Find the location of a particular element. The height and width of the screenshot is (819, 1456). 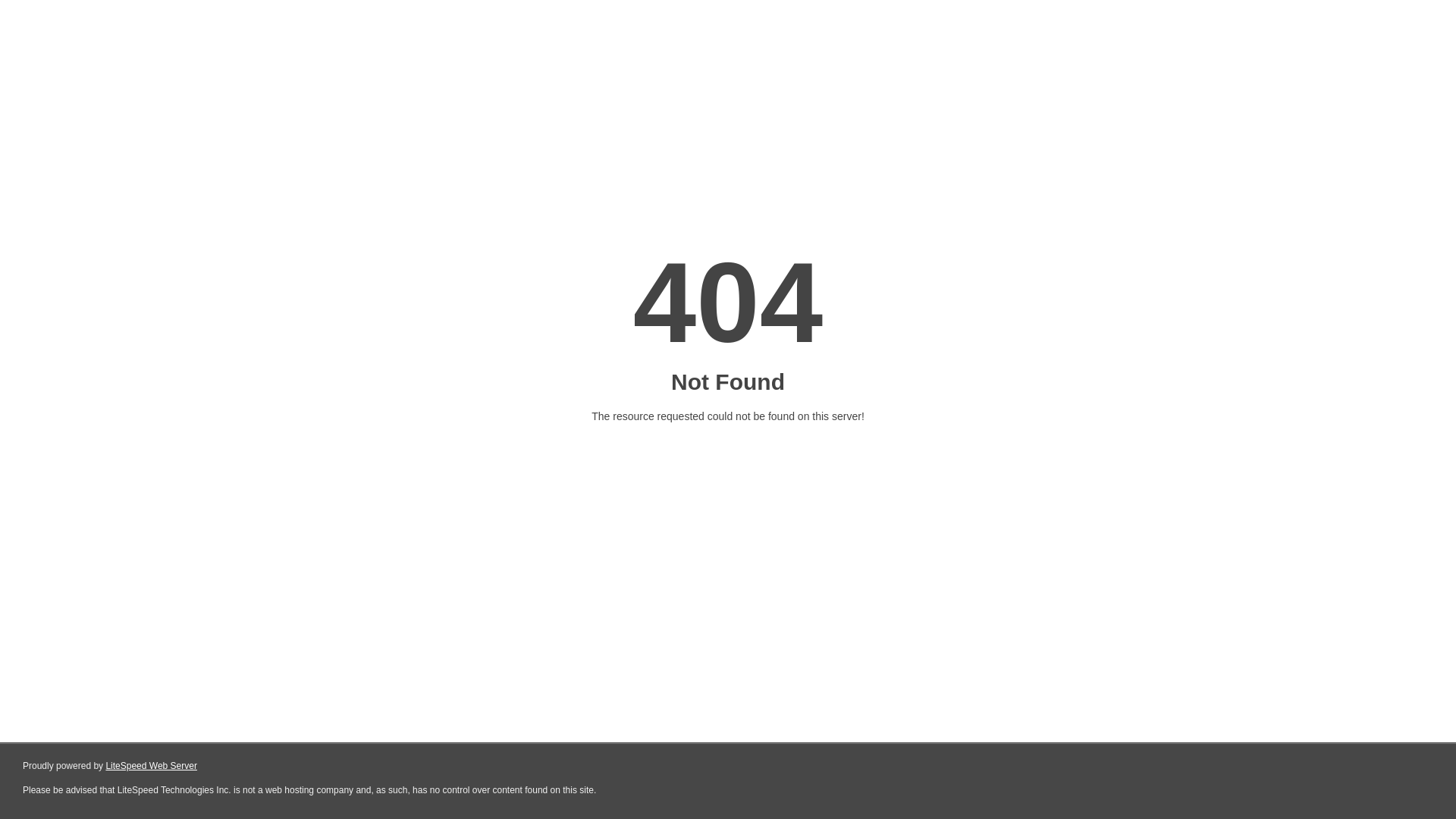

'LiteSpeed Web Server' is located at coordinates (105, 766).